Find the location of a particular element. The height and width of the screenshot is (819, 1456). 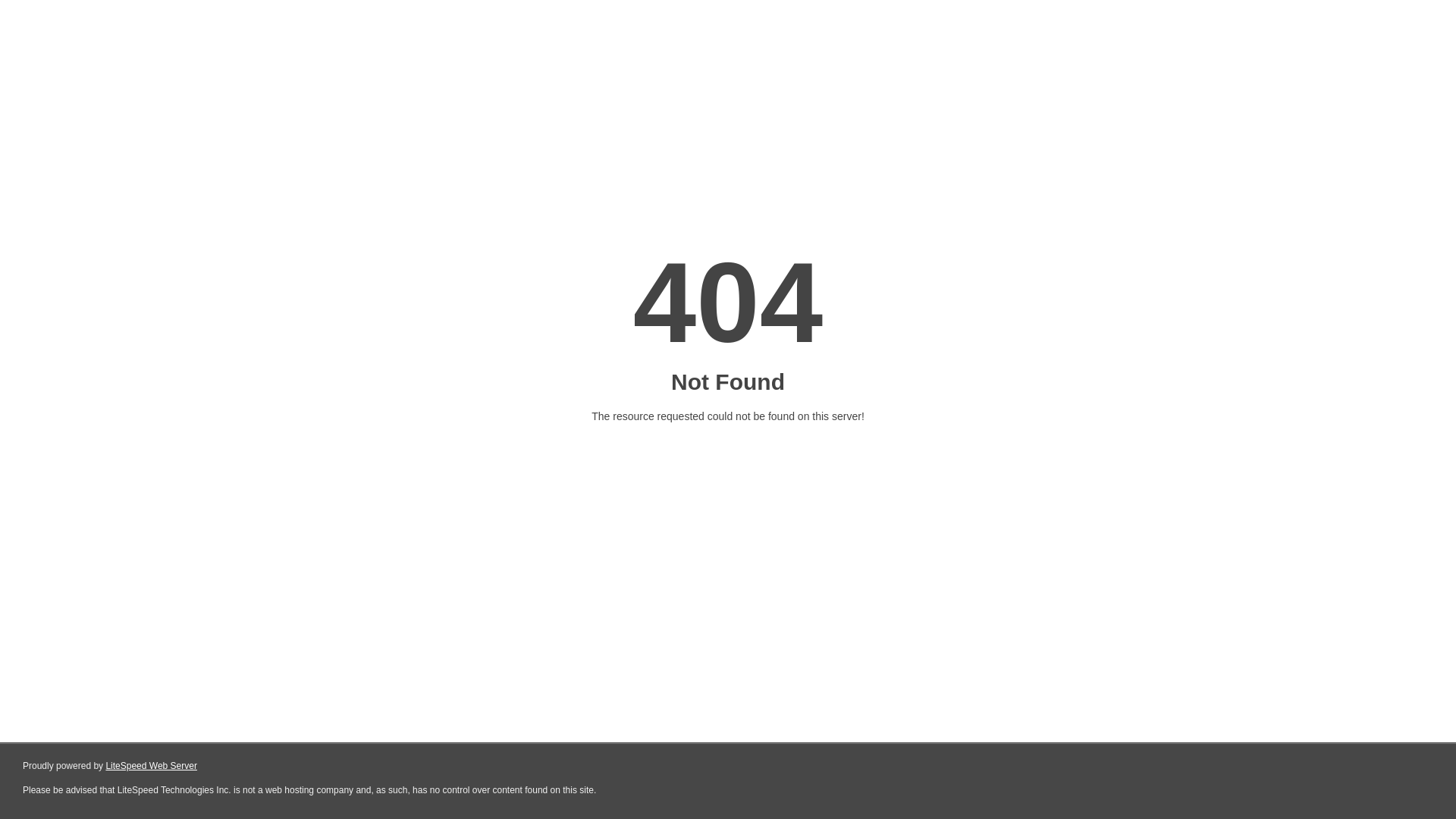

'LiteSpeed Web Server' is located at coordinates (105, 766).